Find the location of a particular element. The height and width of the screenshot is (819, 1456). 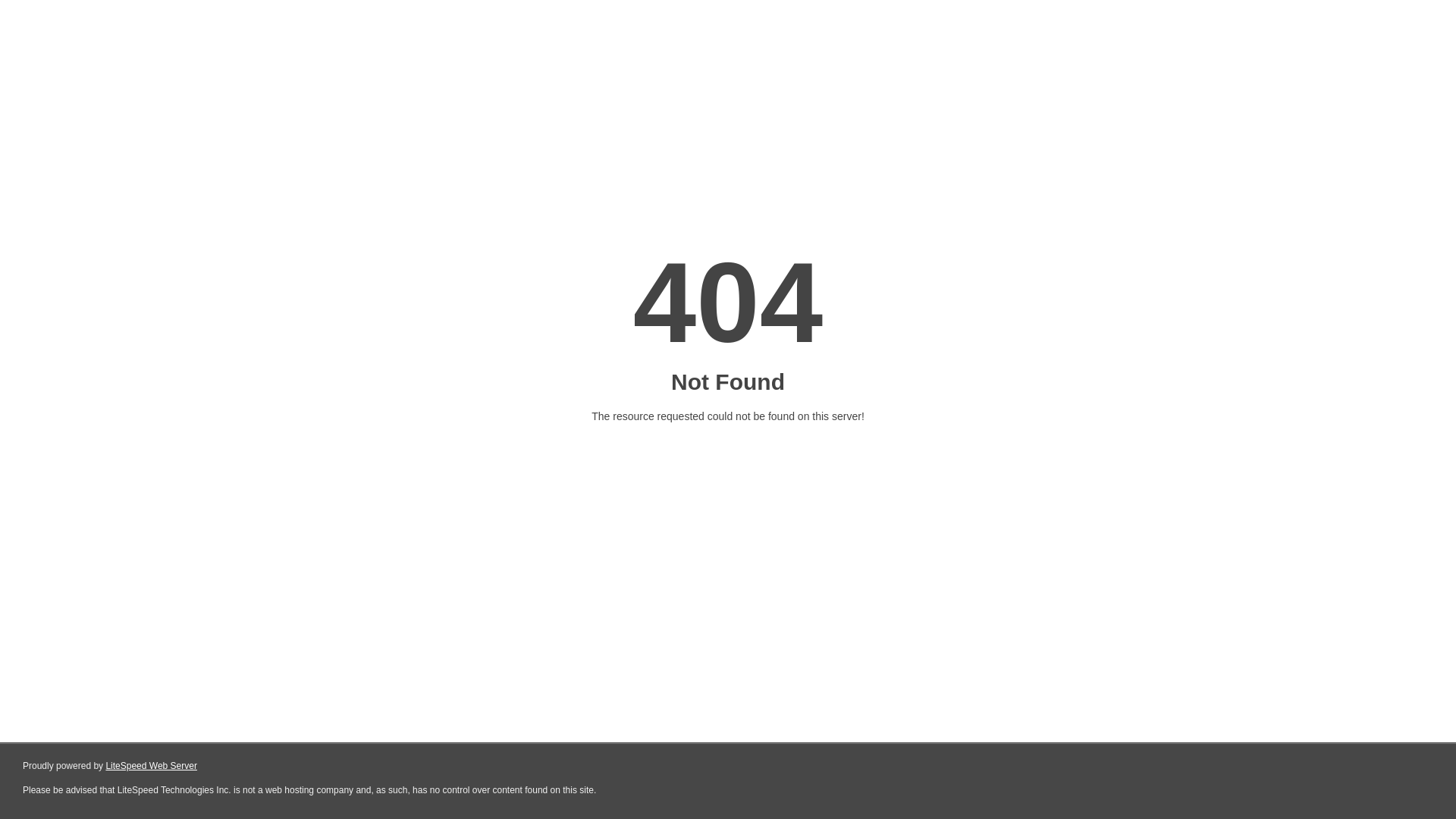

'LiteSpeed Web Server' is located at coordinates (105, 766).